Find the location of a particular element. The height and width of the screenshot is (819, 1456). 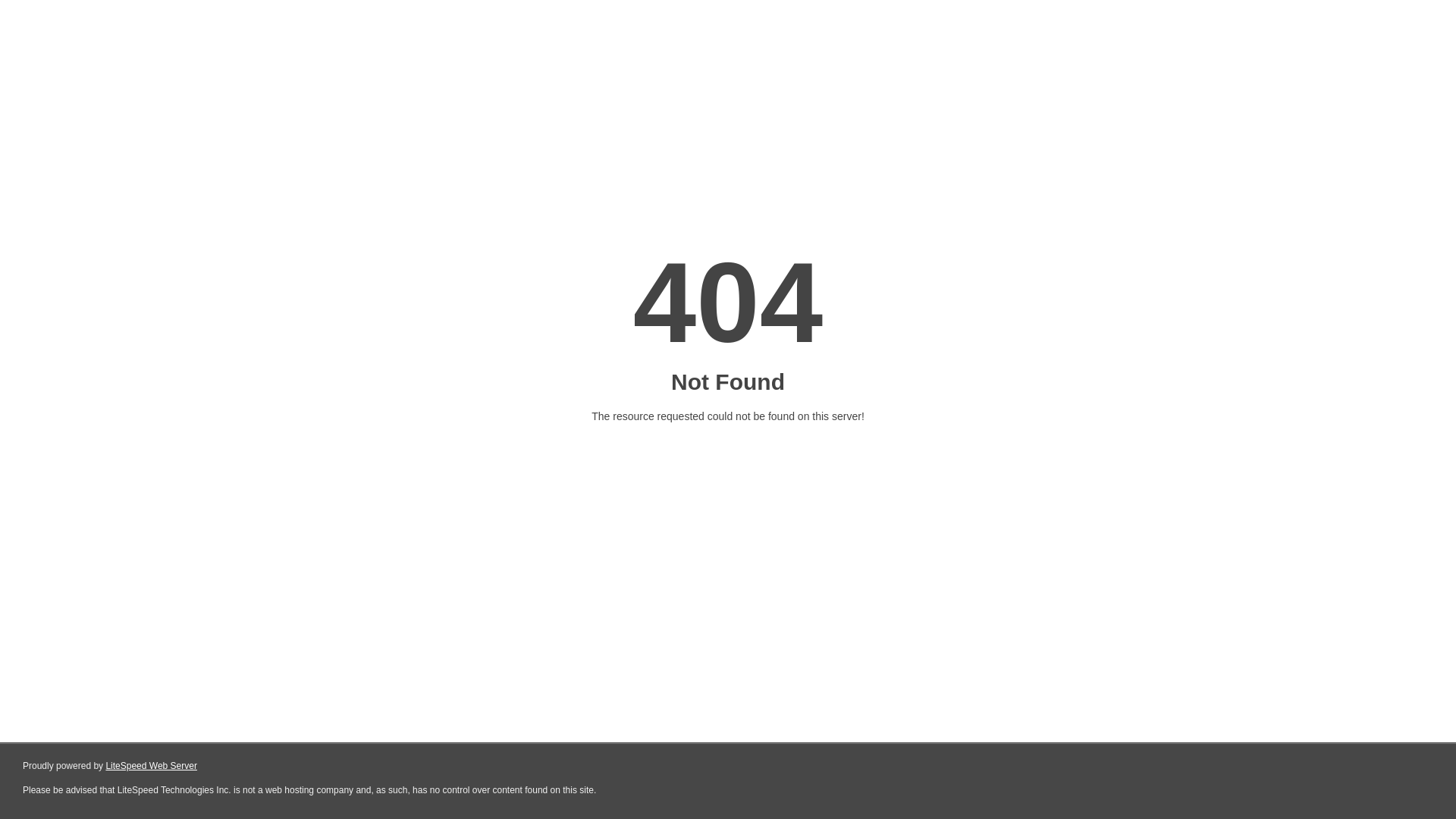

'LiteSpeed Web Server' is located at coordinates (105, 766).